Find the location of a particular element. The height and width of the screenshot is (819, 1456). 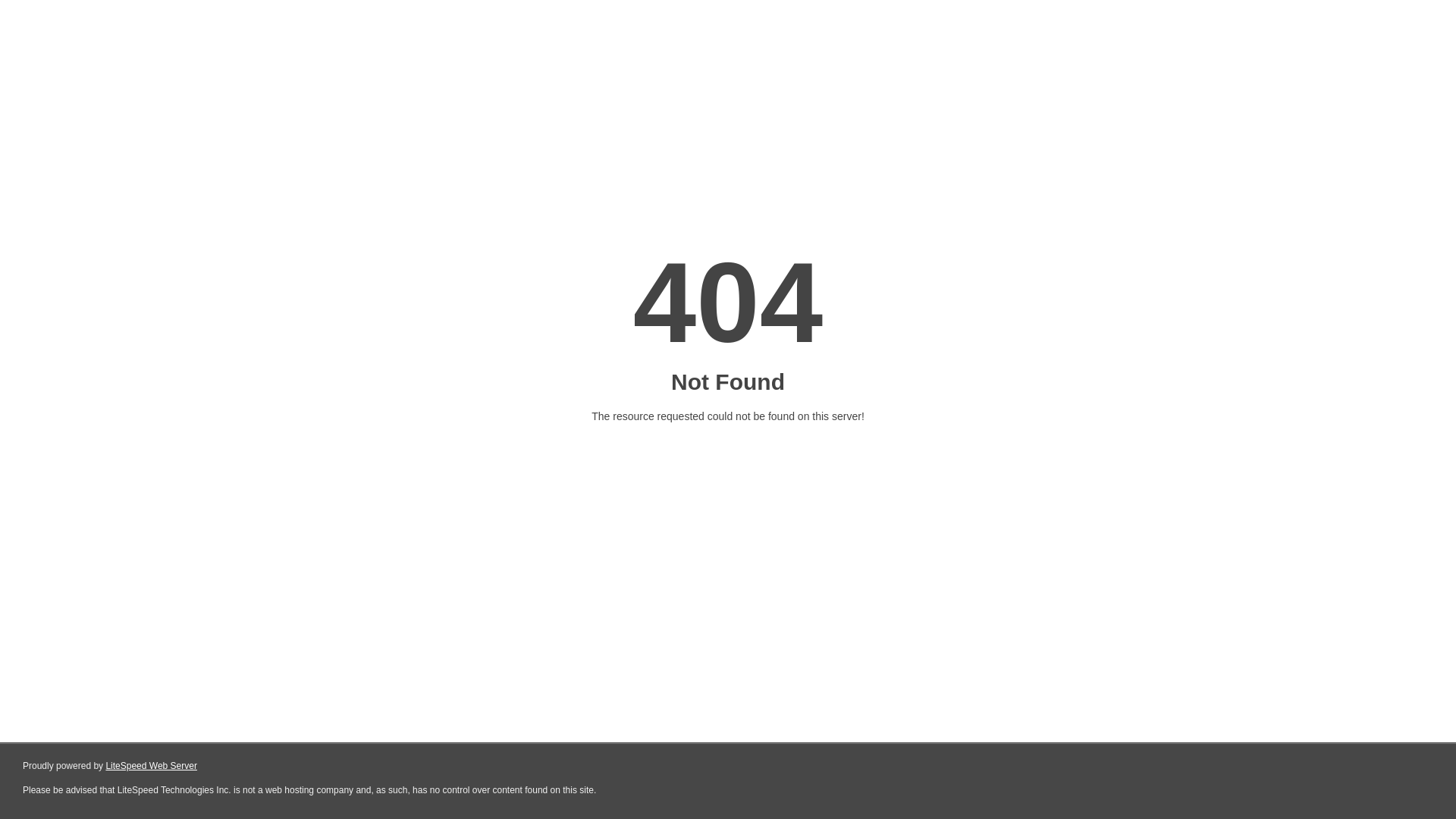

'LiteSpeed Web Server' is located at coordinates (105, 766).